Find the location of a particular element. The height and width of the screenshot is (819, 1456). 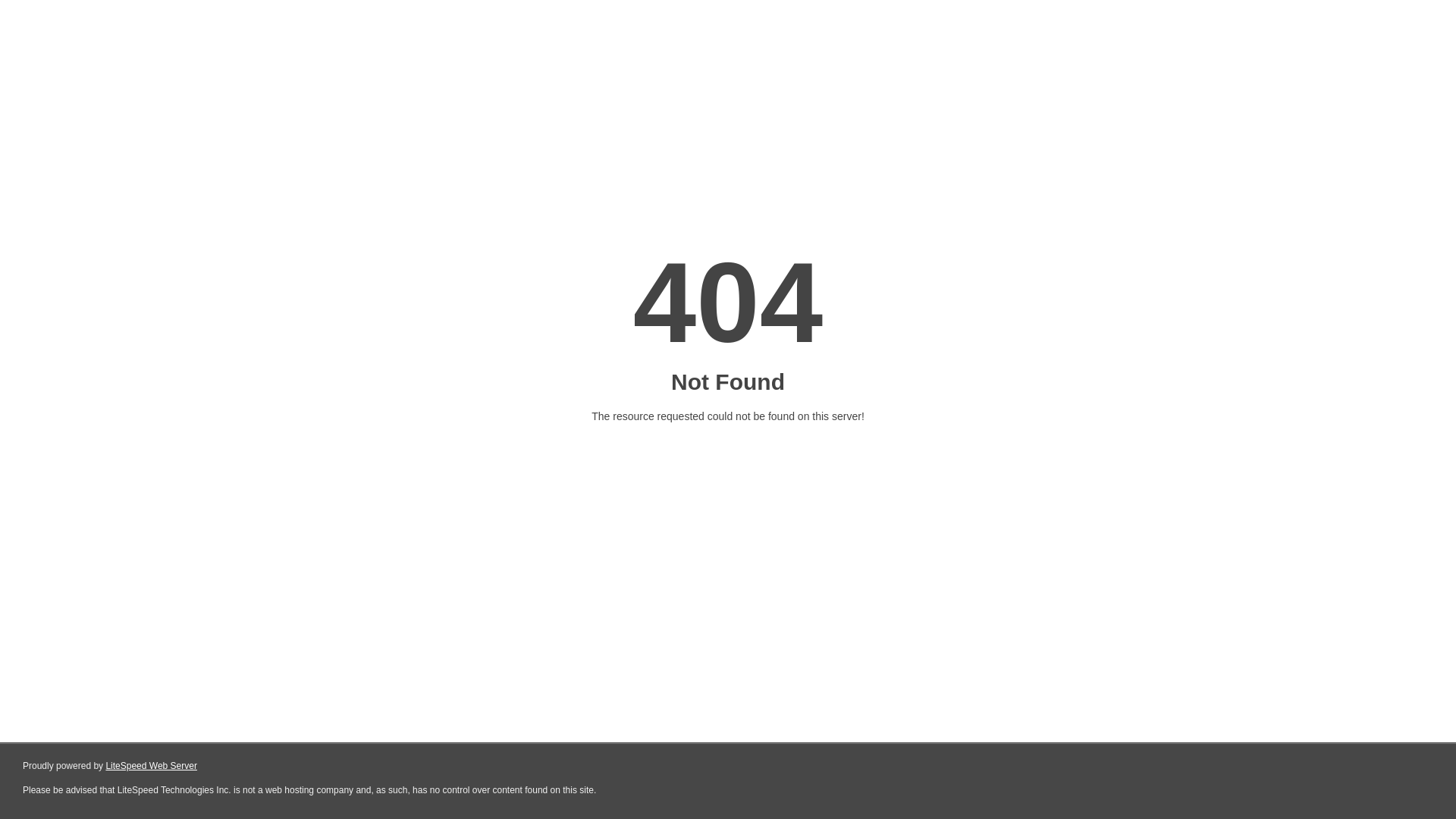

'LiteSpeed Web Server' is located at coordinates (105, 766).